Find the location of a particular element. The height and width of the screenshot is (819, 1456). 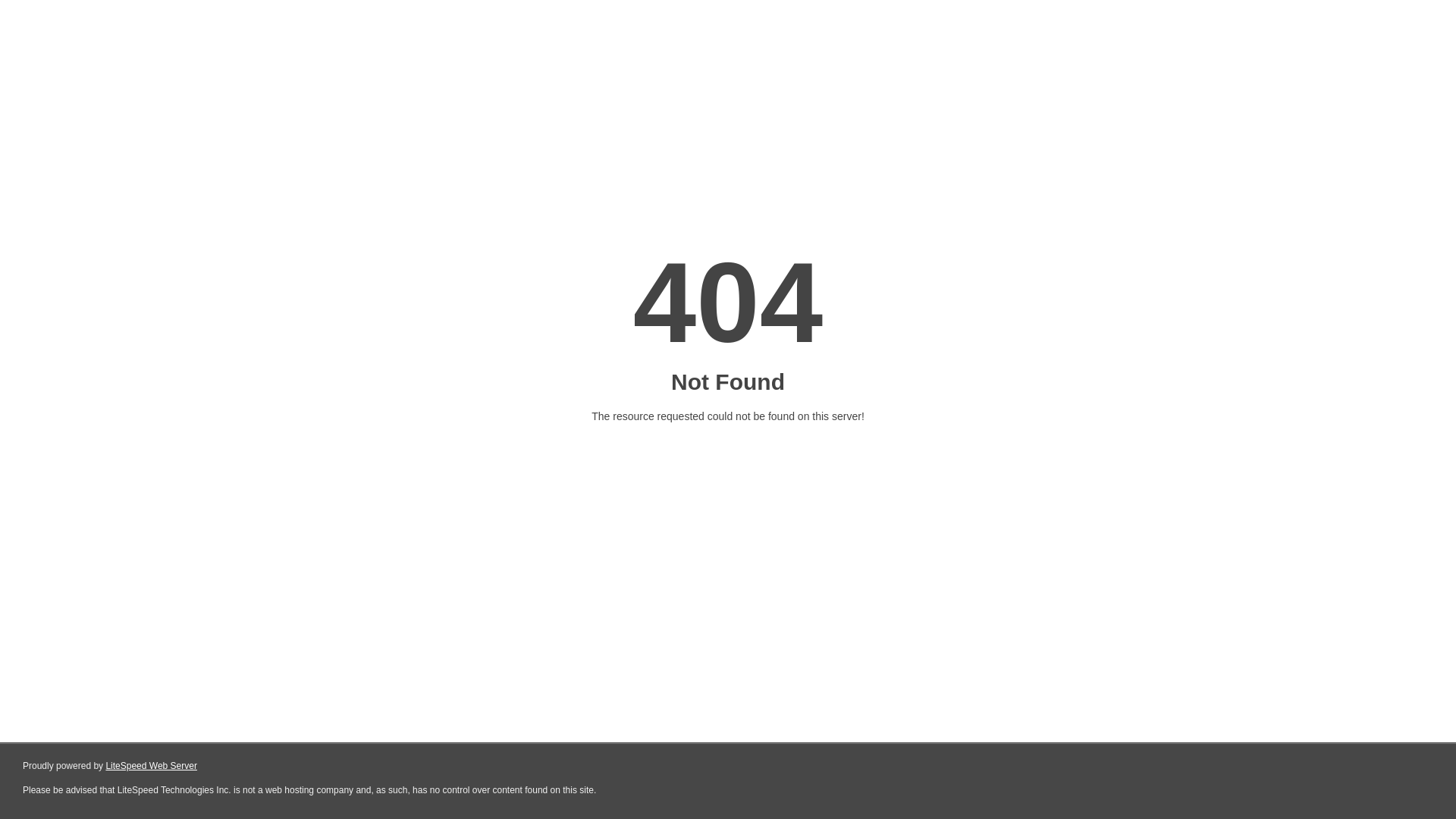

'LiteSpeed Web Server' is located at coordinates (105, 766).